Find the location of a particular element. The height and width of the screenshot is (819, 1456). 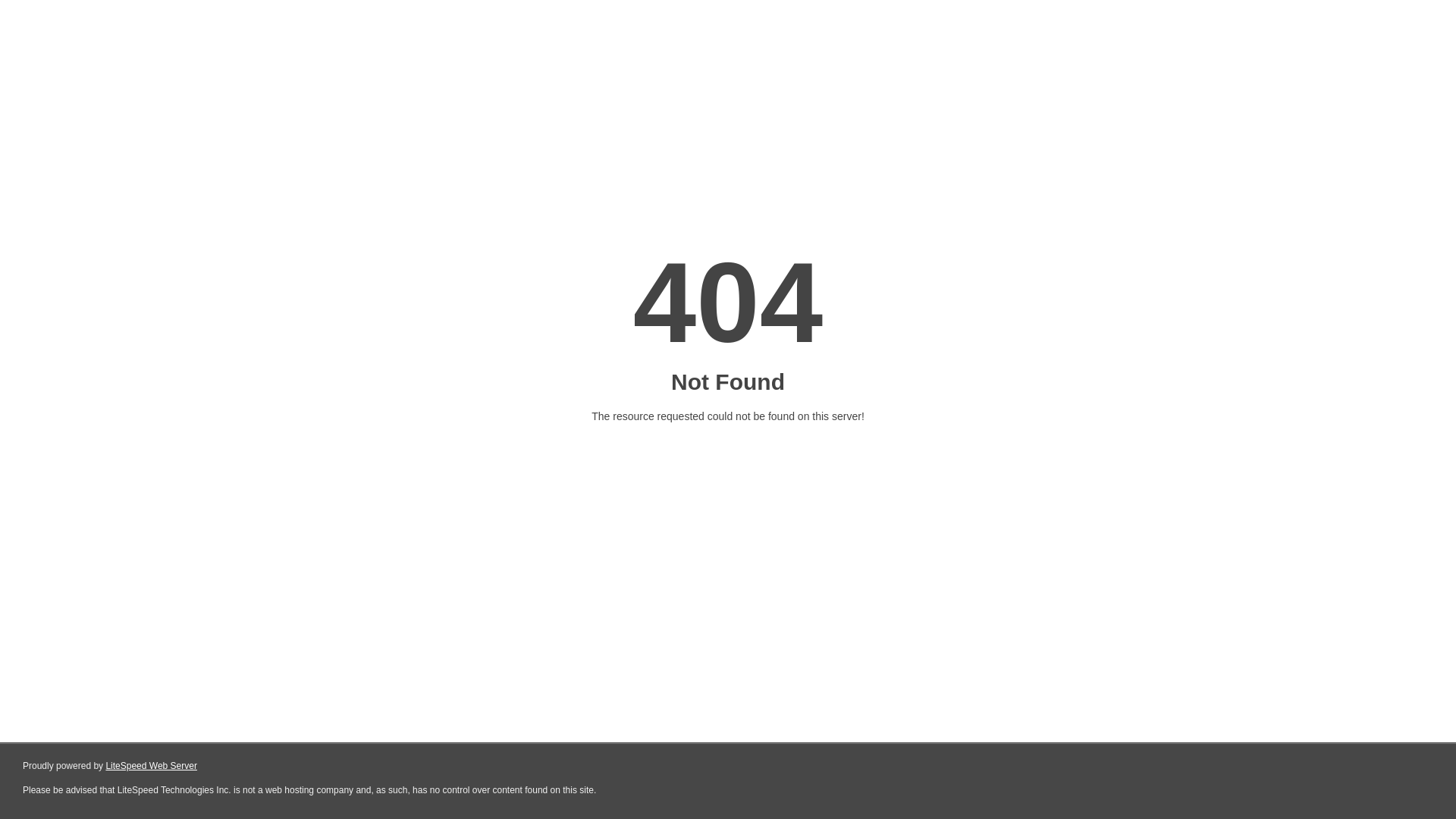

'LiteSpeed Web Server' is located at coordinates (105, 766).